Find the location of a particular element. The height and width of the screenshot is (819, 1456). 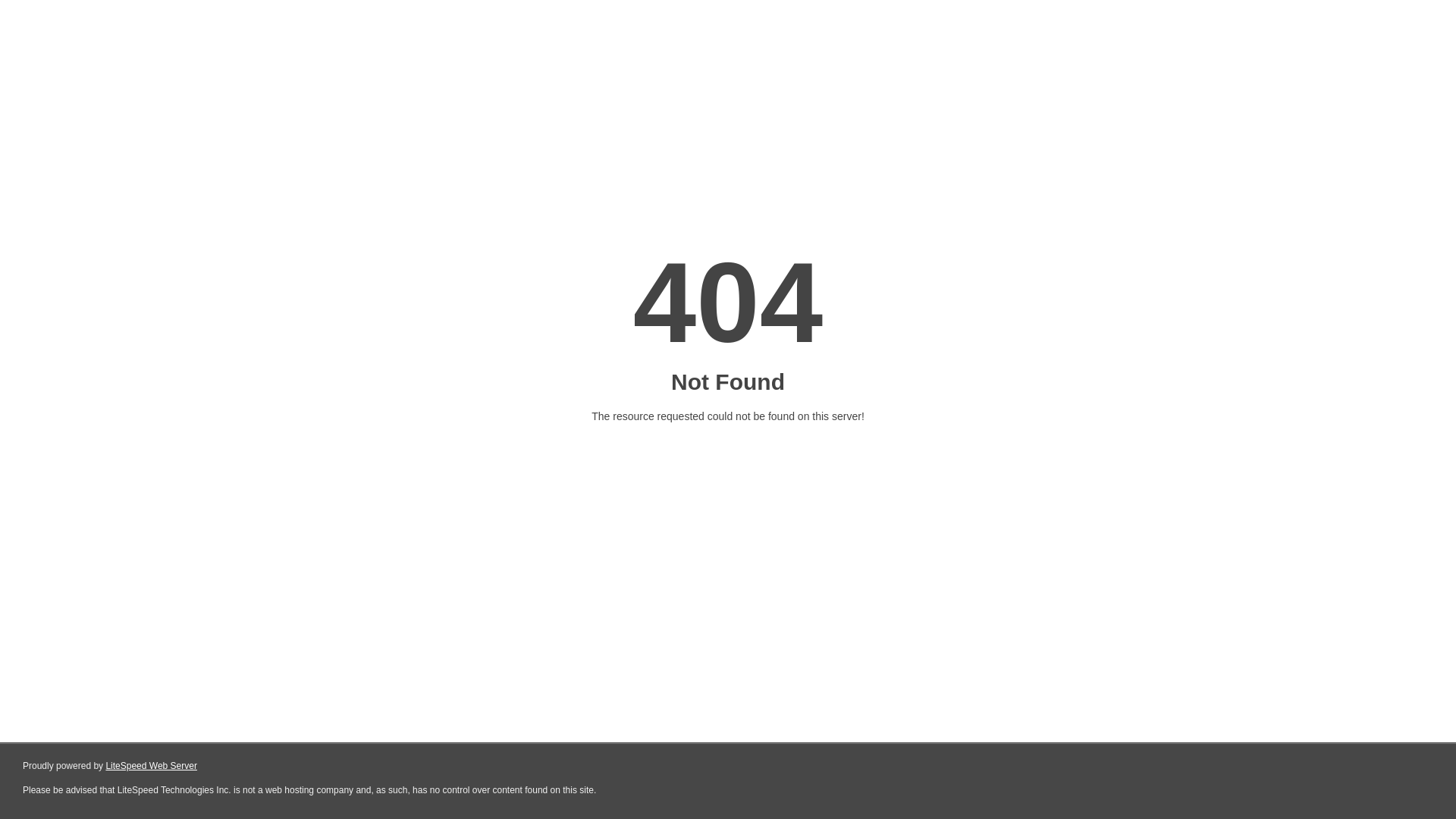

'LiteSpeed Web Server' is located at coordinates (105, 766).